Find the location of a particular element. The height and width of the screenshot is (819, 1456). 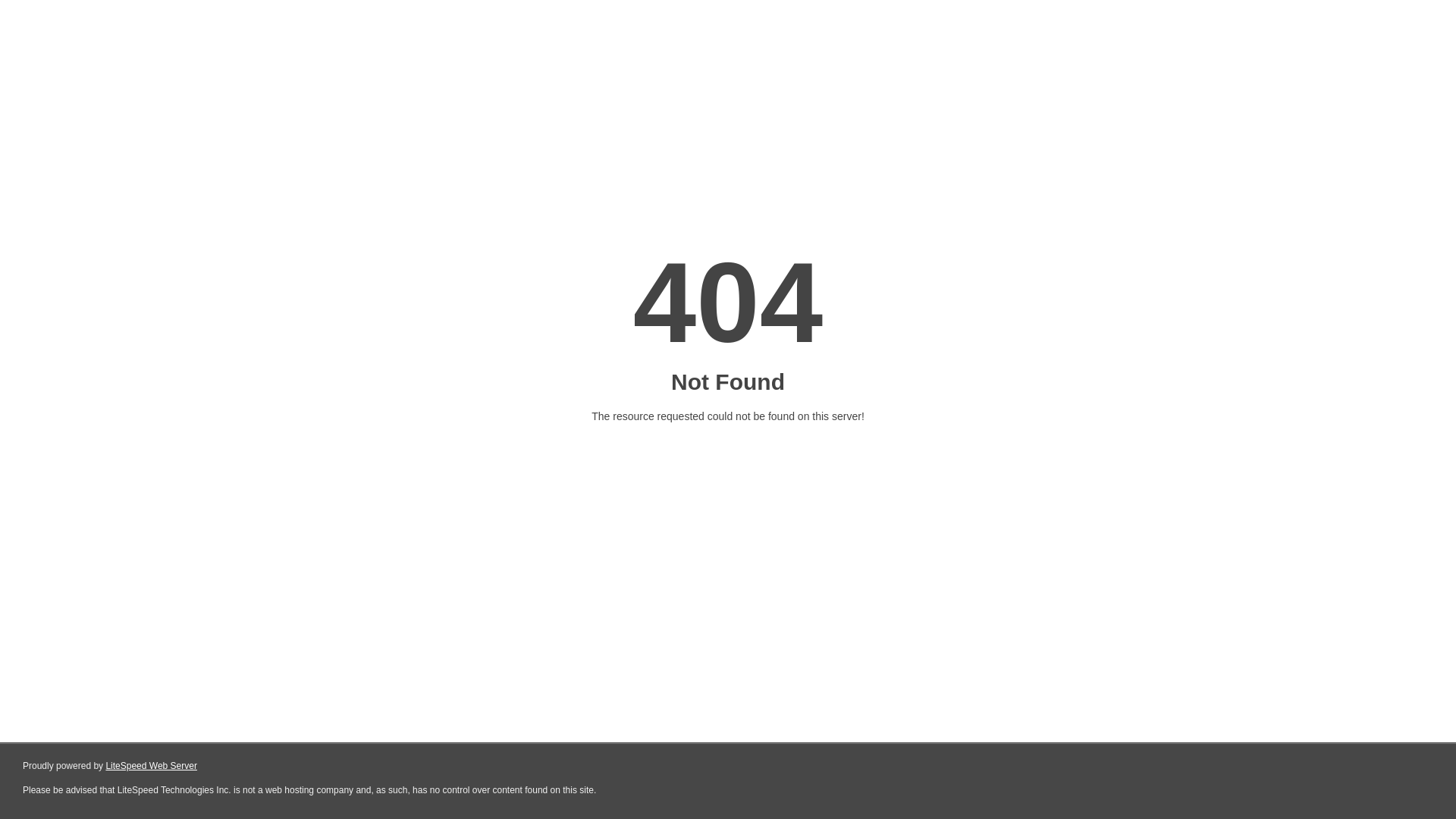

'LiteSpeed Web Server' is located at coordinates (105, 766).